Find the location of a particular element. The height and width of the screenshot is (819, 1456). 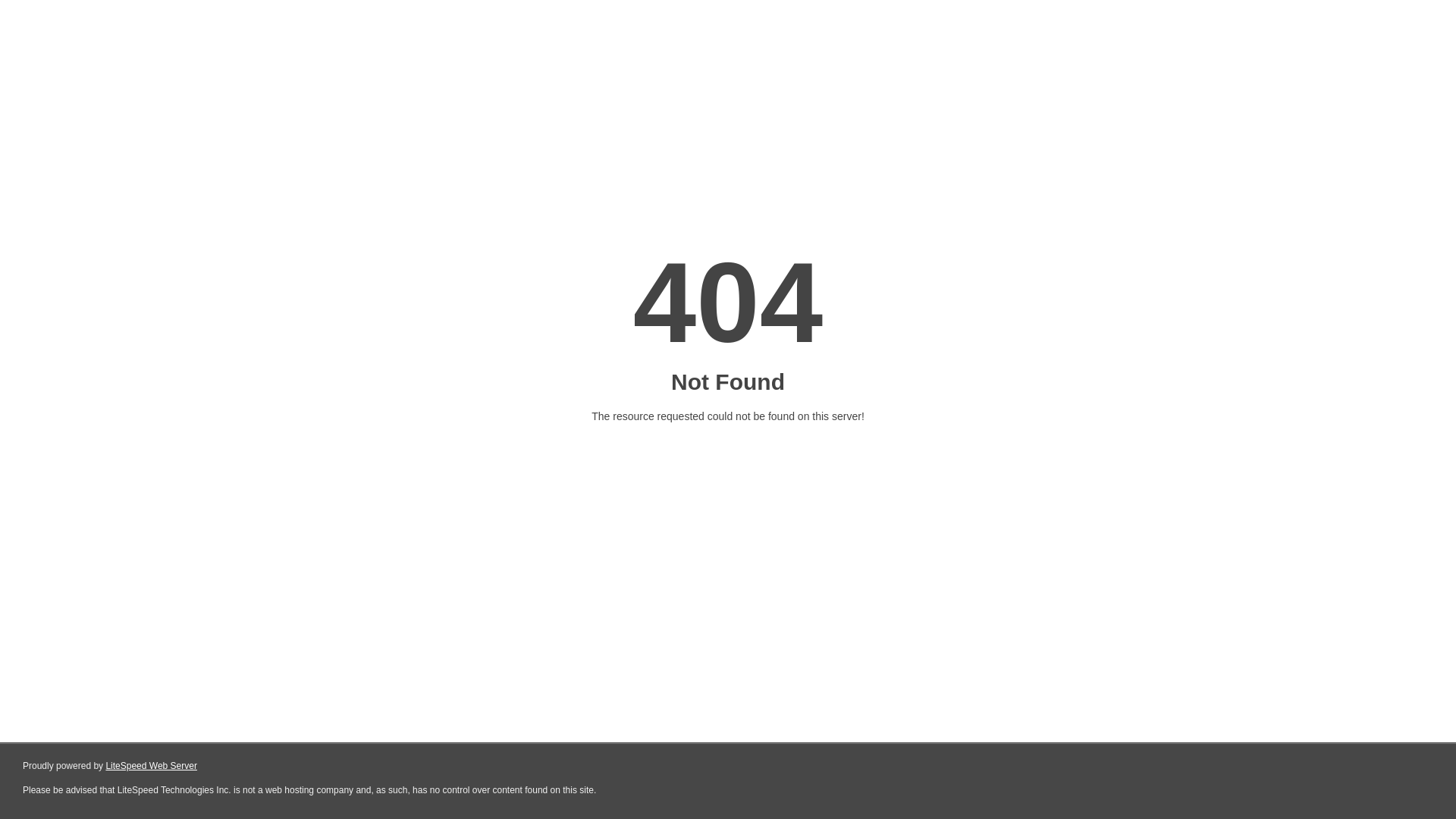

'LiteSpeed Web Server' is located at coordinates (105, 766).